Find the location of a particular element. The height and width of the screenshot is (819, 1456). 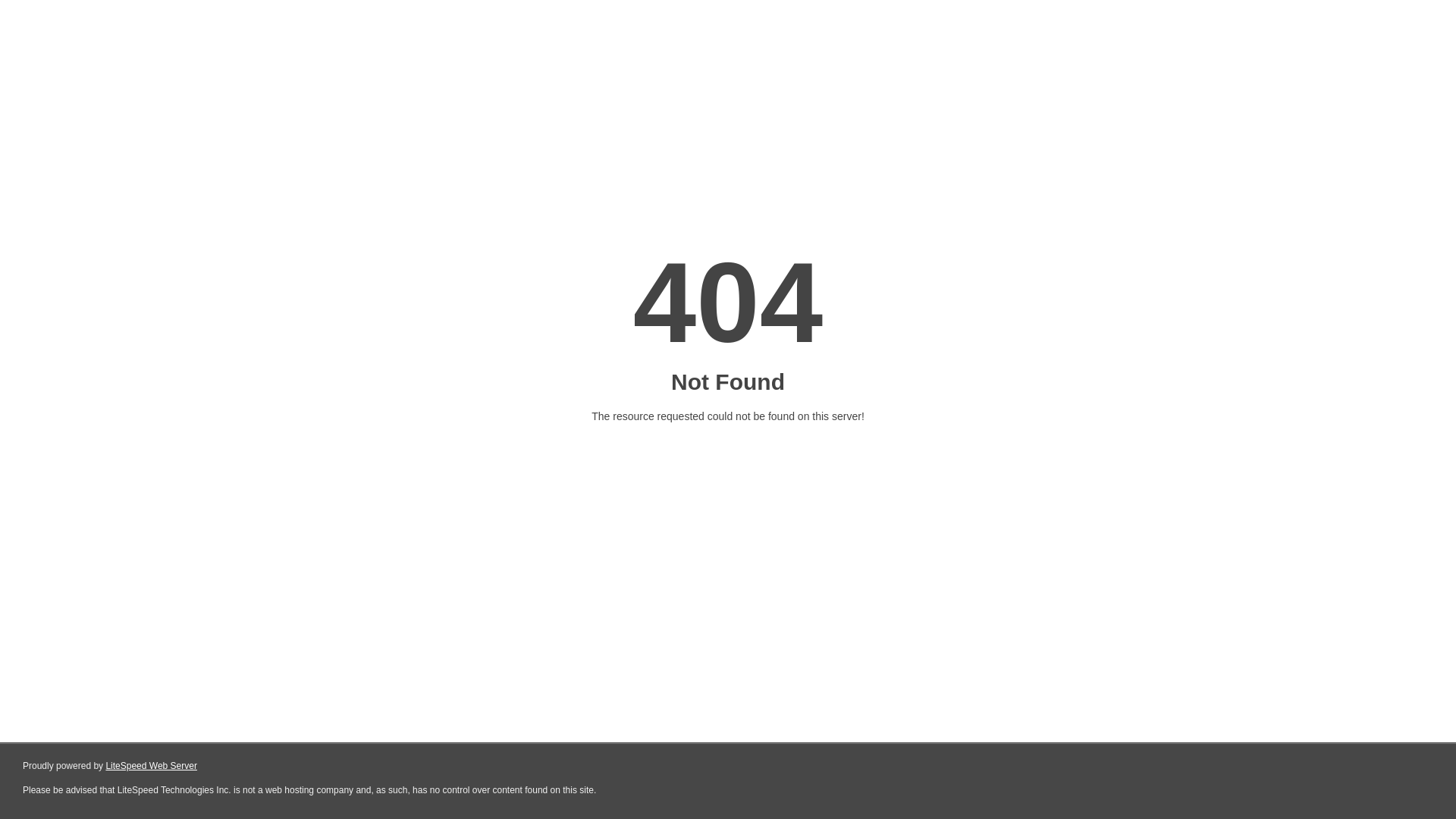

'LiteSpeed Web Server' is located at coordinates (105, 766).